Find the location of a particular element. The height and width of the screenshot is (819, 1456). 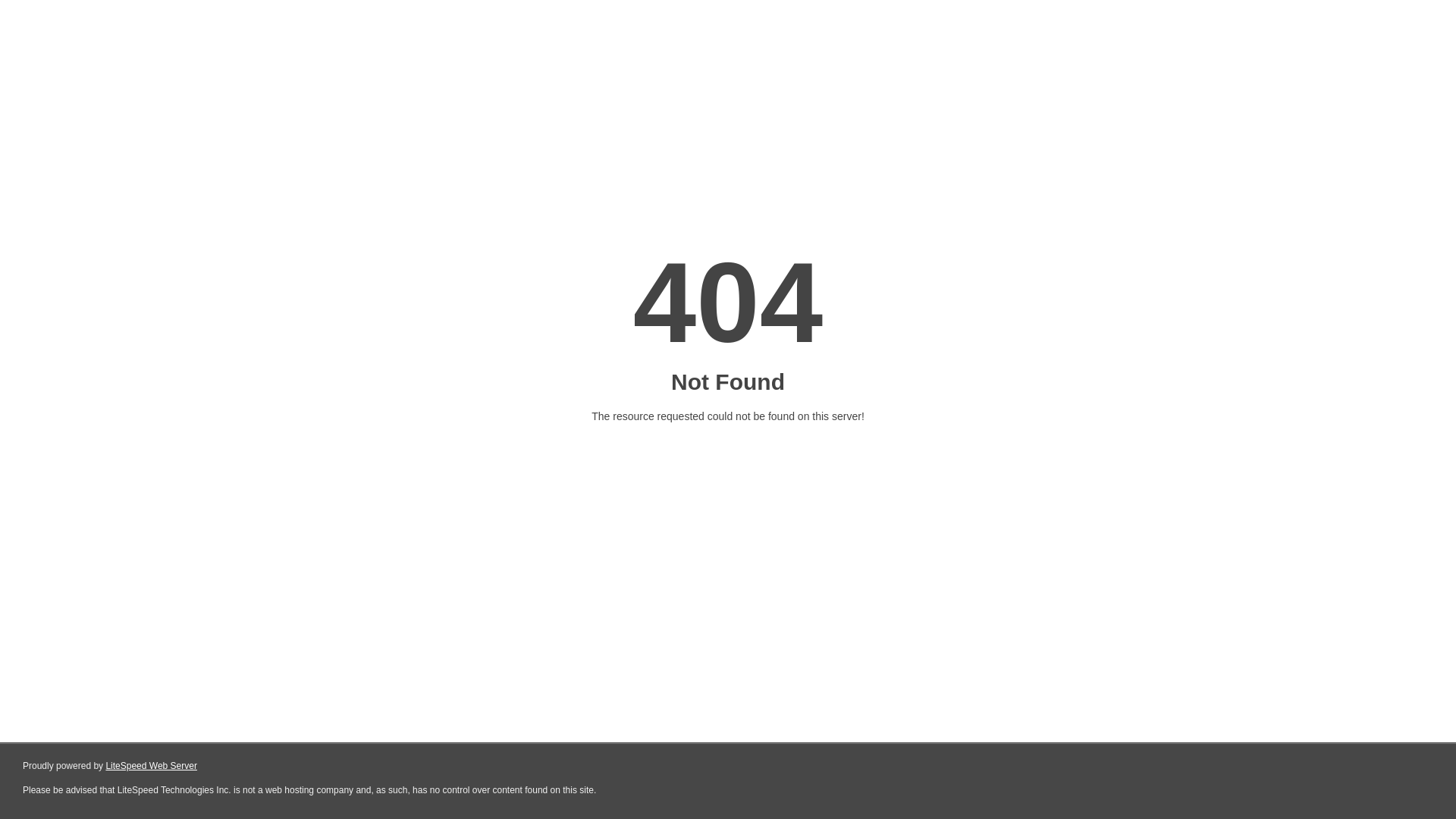

'LiteSpeed Web Server' is located at coordinates (105, 766).